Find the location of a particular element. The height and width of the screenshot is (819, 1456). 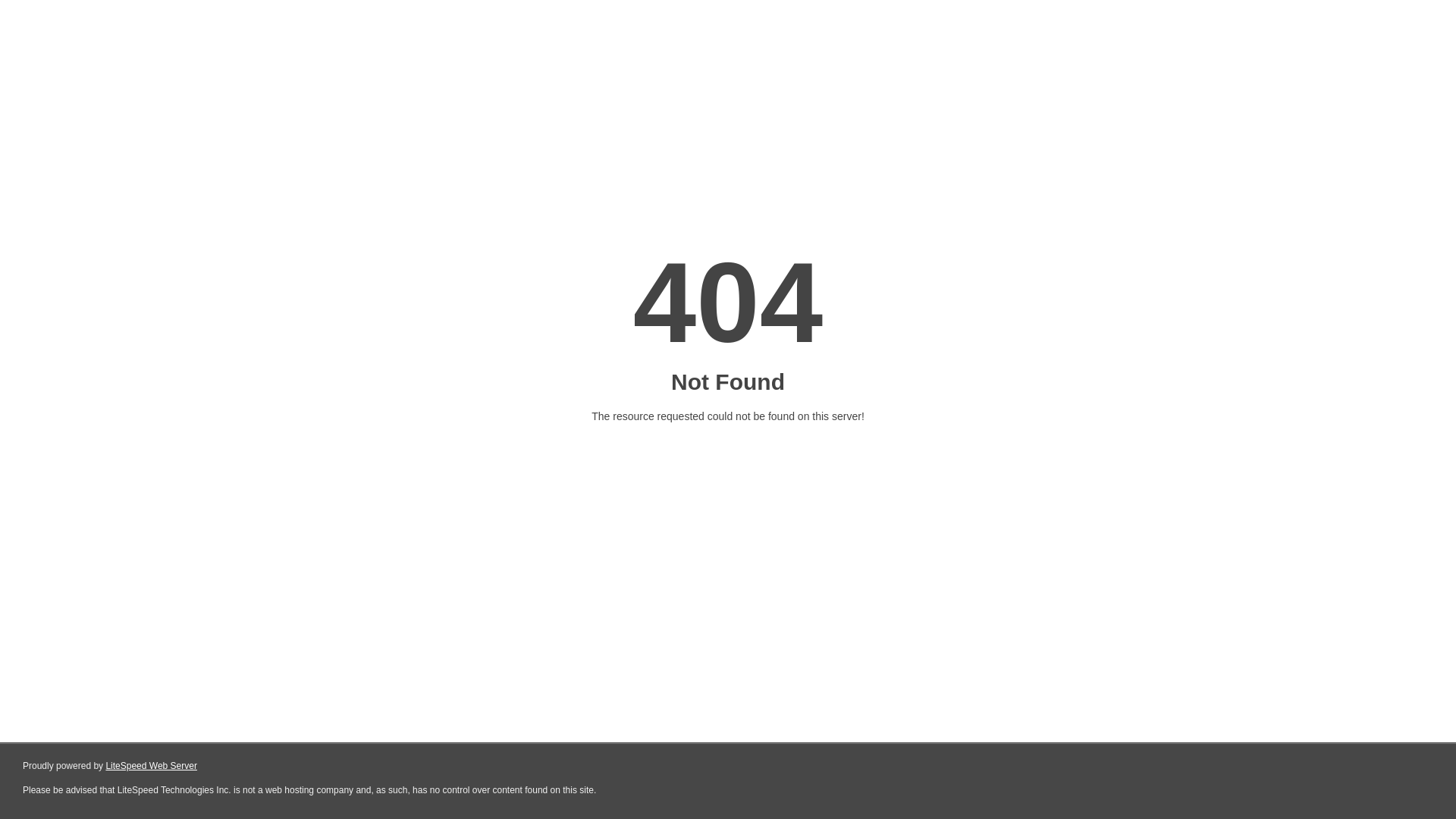

'LiteSpeed Web Server' is located at coordinates (105, 766).